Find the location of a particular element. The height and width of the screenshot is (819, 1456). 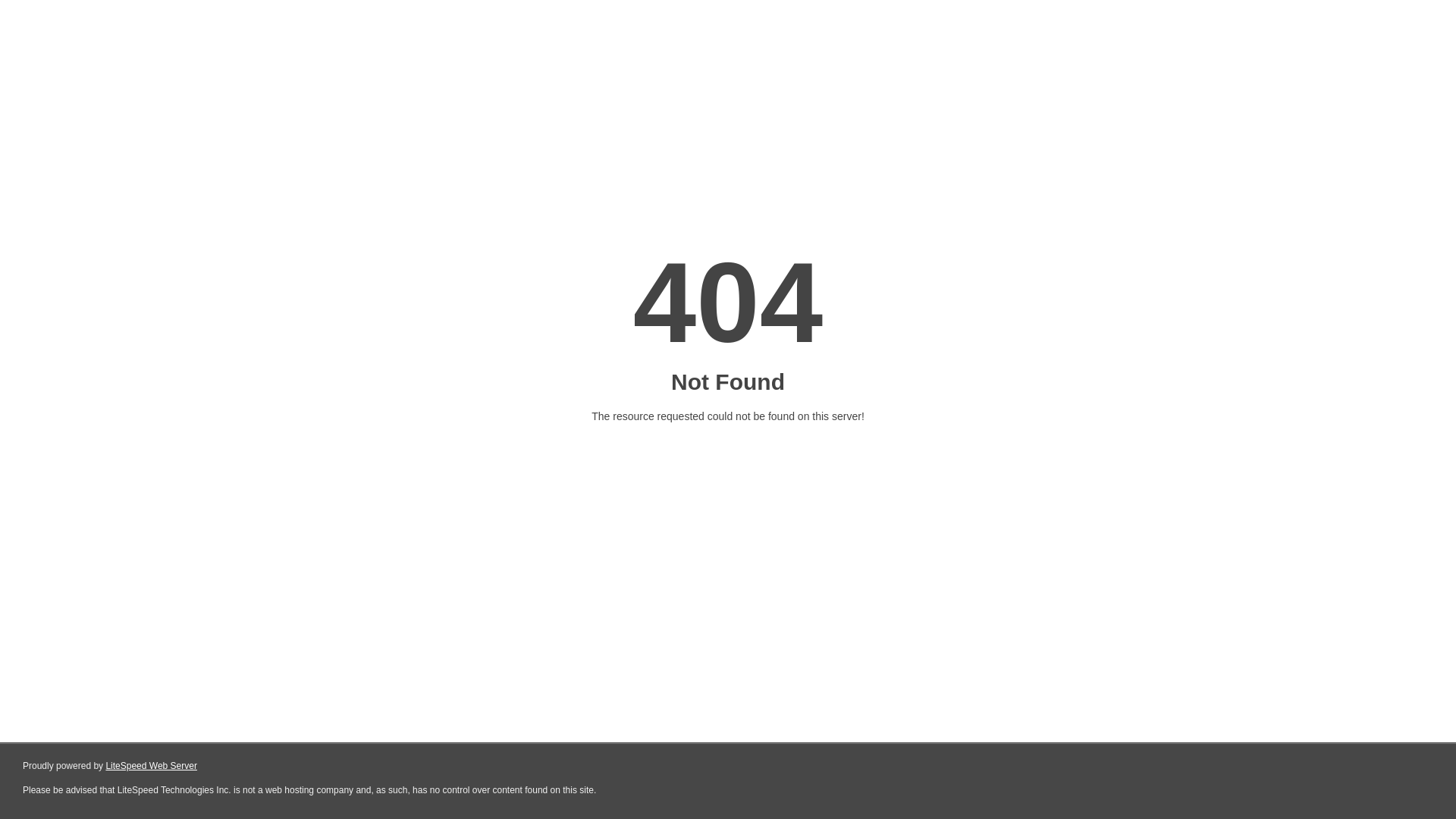

'LiteSpeed Web Server' is located at coordinates (105, 766).